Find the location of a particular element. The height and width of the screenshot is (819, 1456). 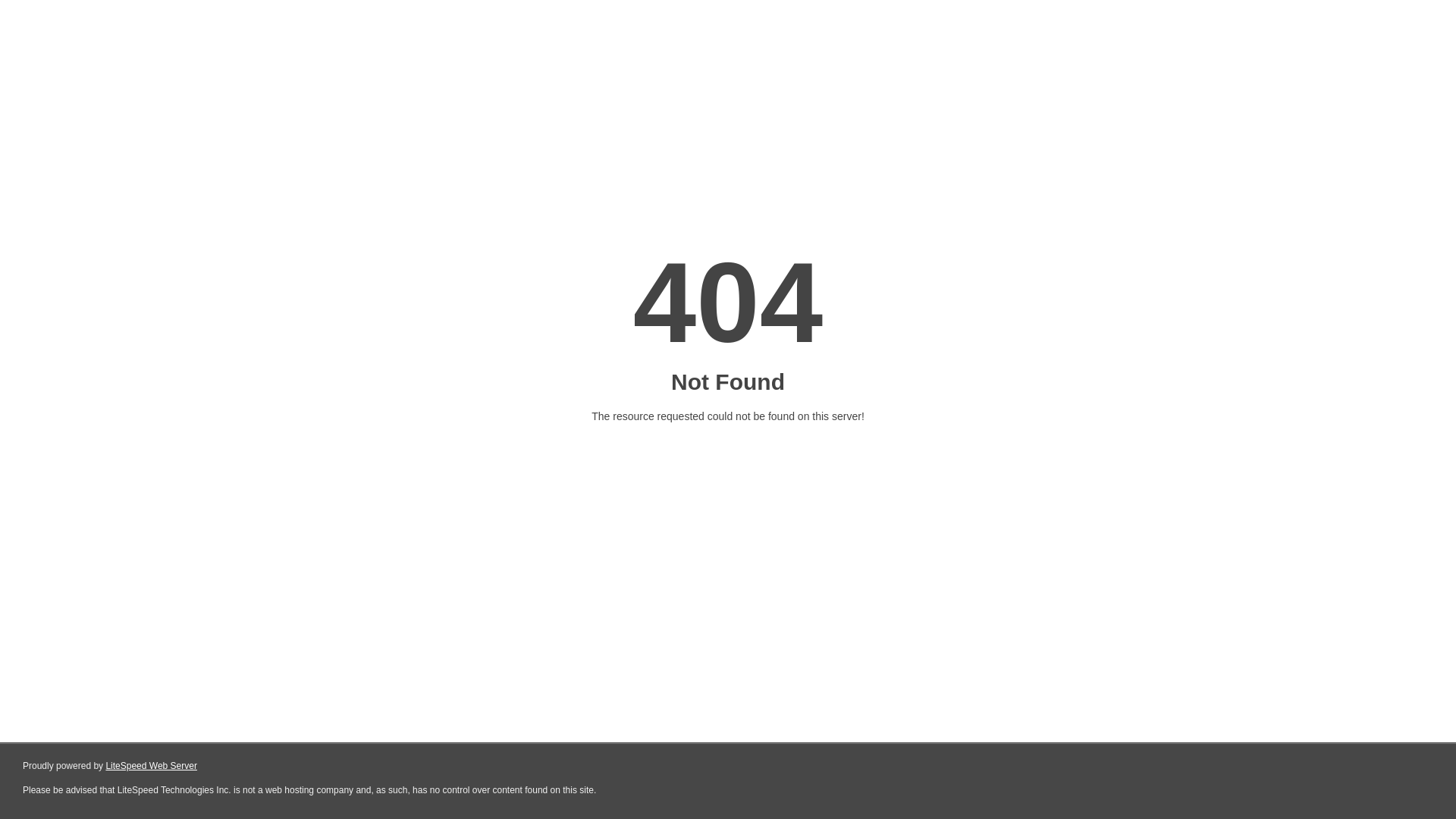

'LiteSpeed Web Server' is located at coordinates (105, 766).